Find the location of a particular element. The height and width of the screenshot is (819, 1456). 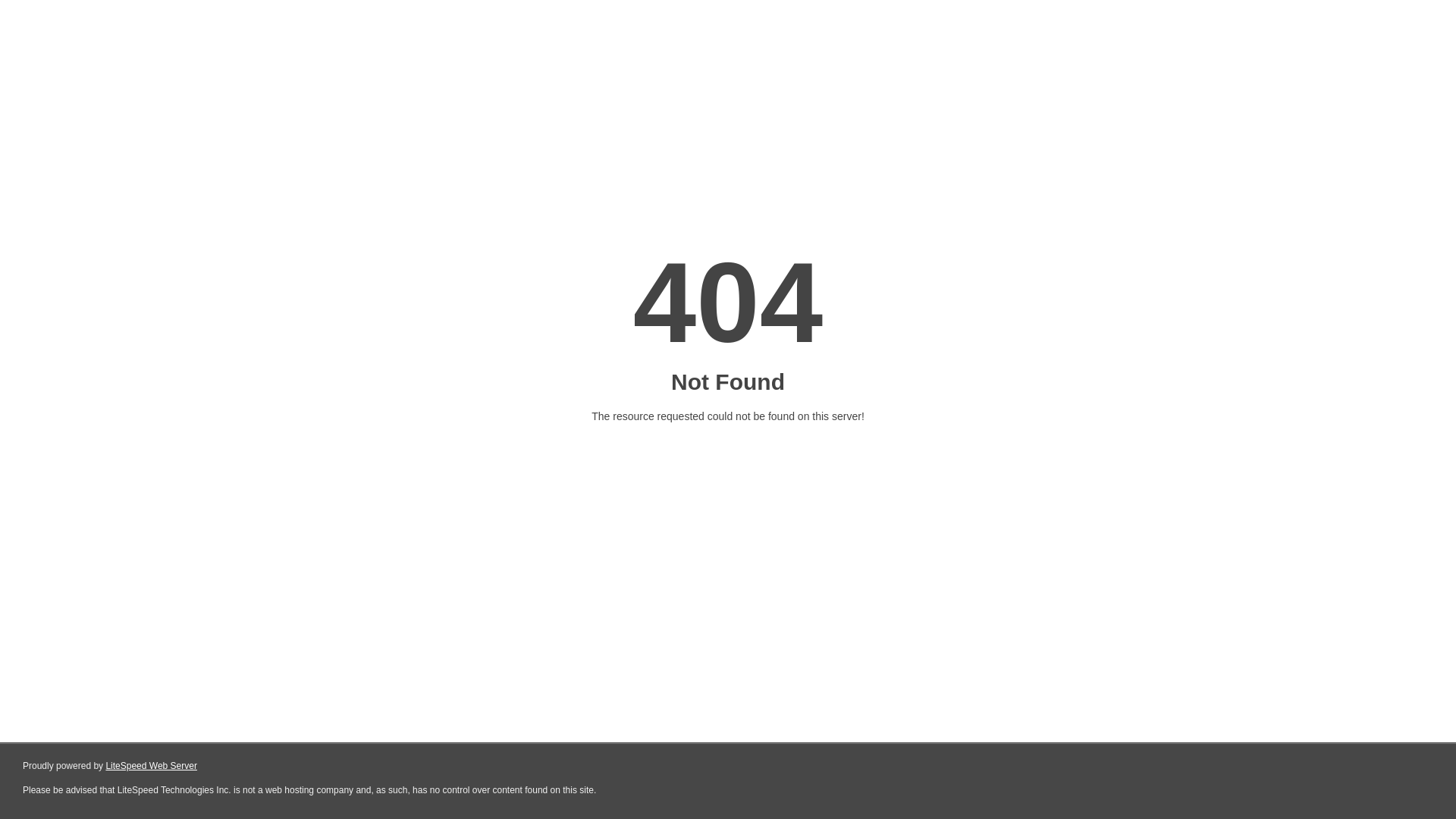

'LiteSpeed Web Server' is located at coordinates (105, 766).